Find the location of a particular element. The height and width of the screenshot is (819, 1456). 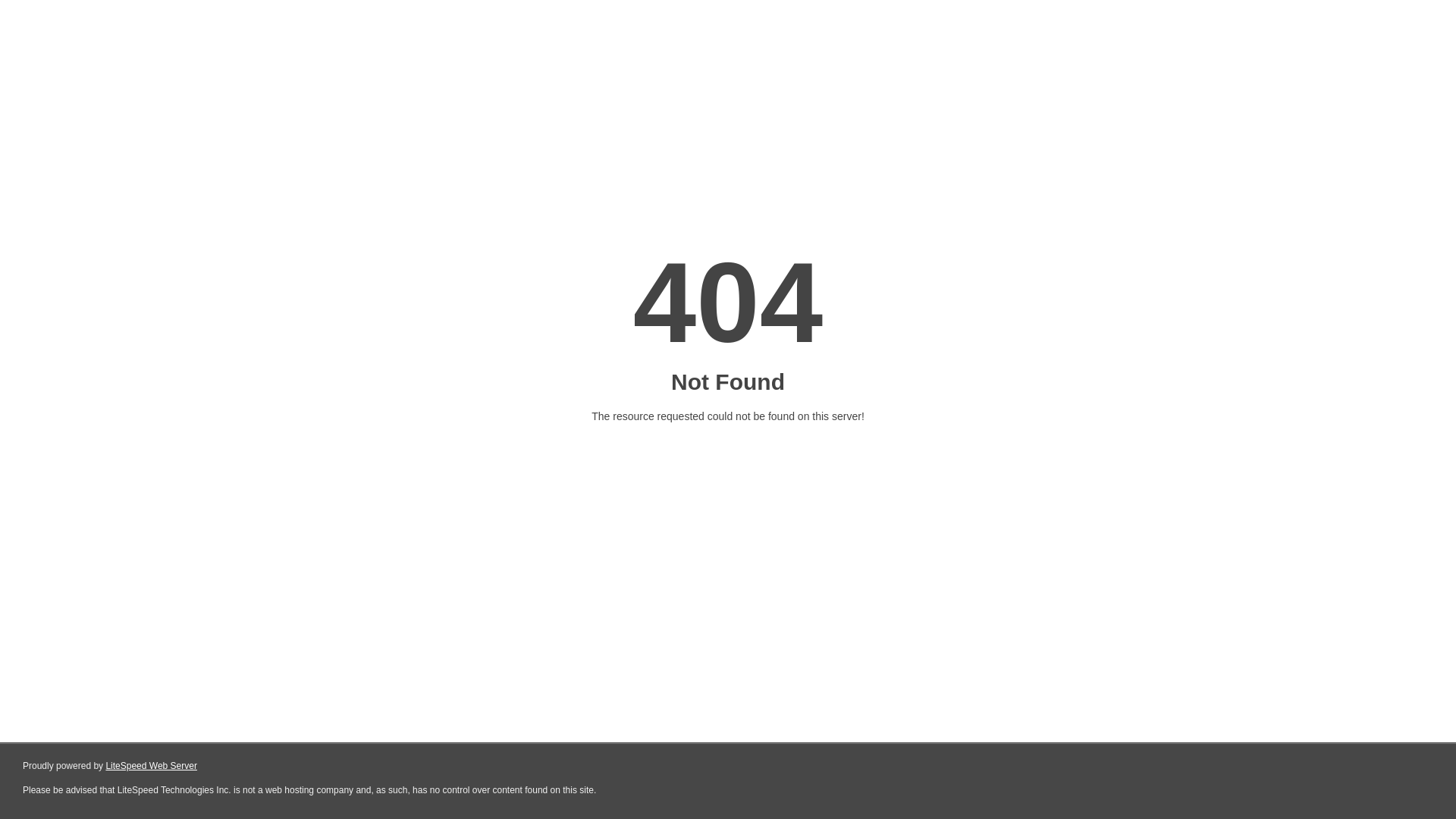

'LiteSpeed Web Server' is located at coordinates (105, 766).